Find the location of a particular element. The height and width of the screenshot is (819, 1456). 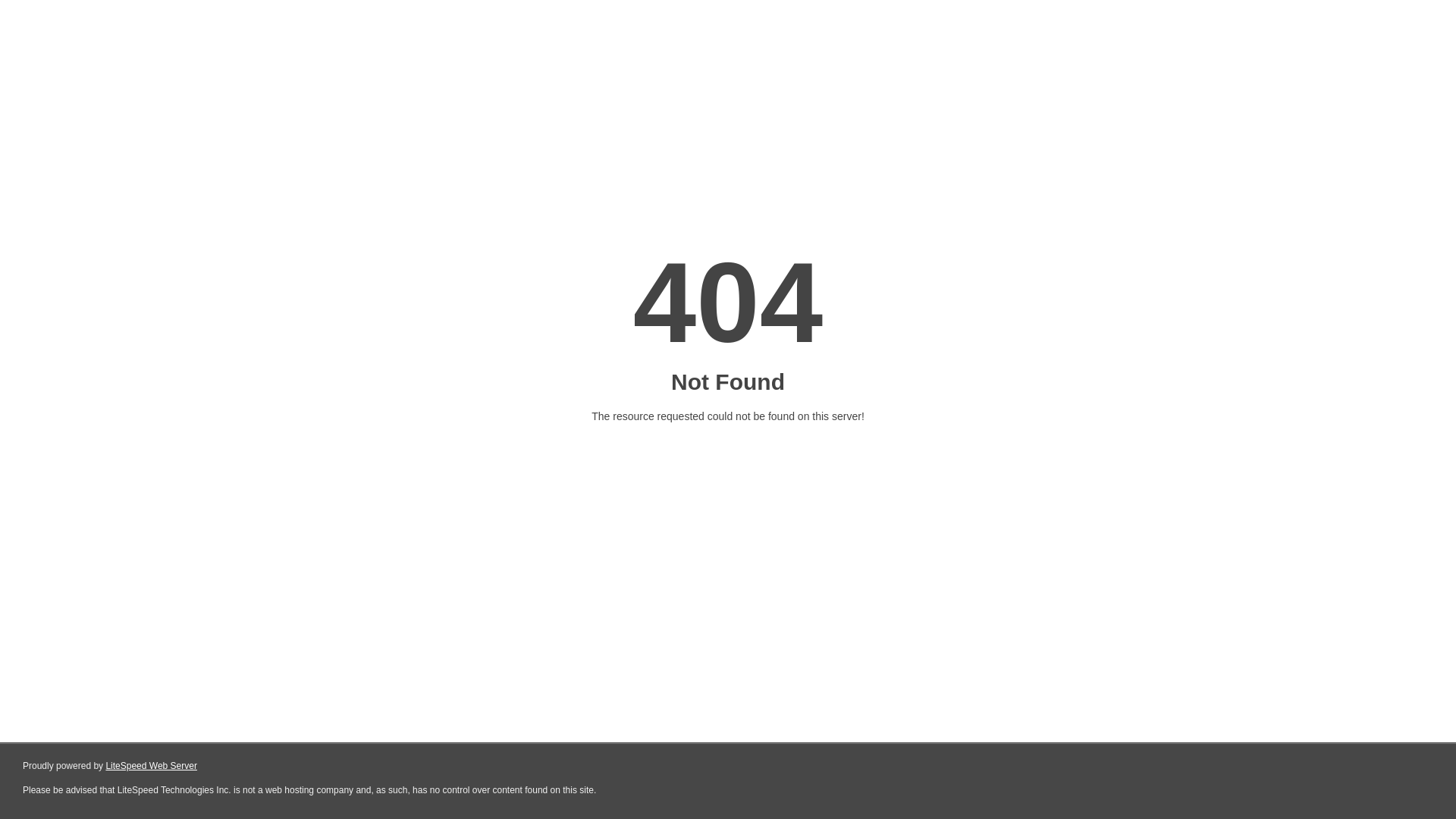

'LiteSpeed Web Server' is located at coordinates (105, 766).